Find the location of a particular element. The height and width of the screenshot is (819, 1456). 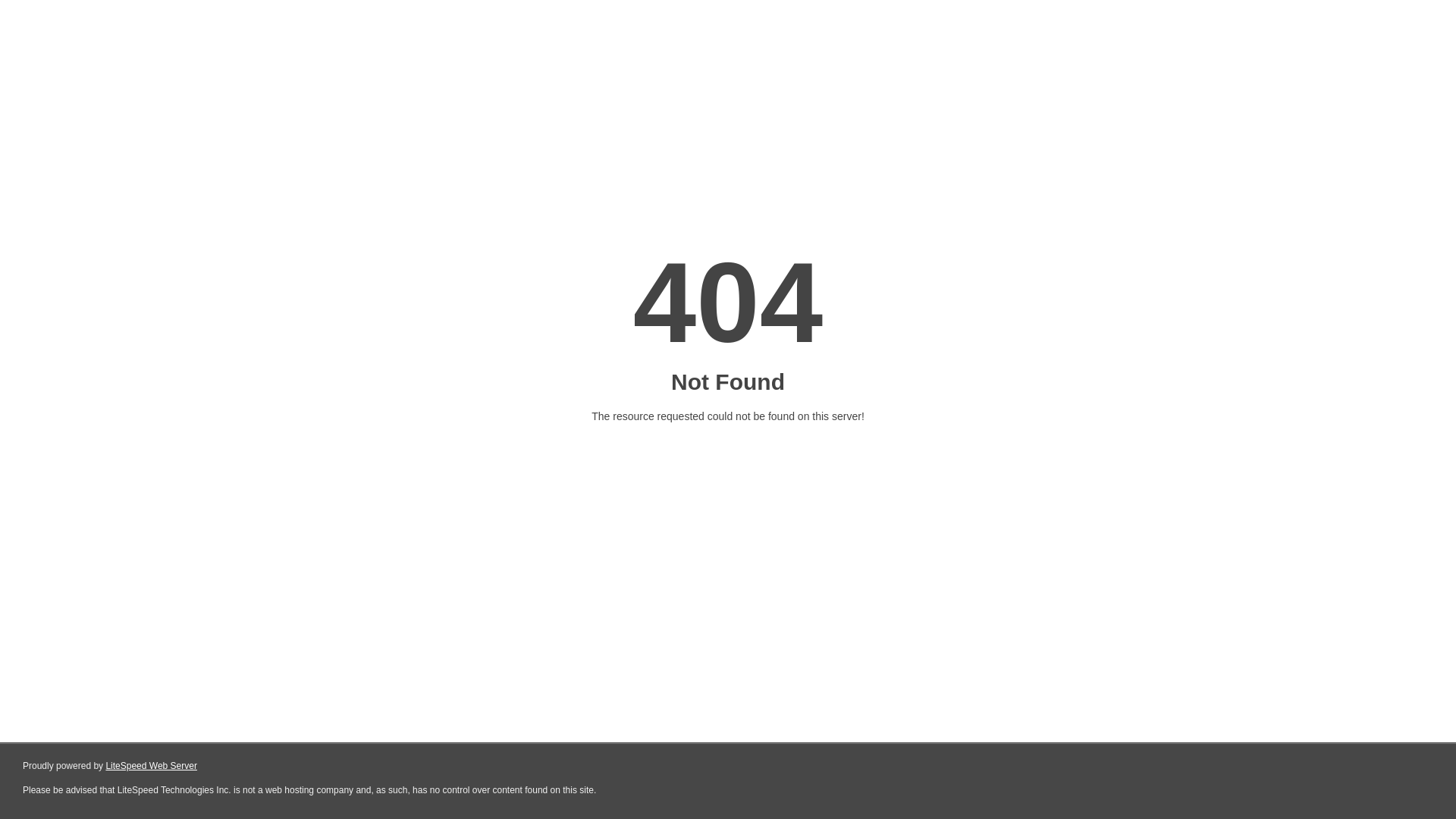

'LiteSpeed Web Server' is located at coordinates (105, 766).